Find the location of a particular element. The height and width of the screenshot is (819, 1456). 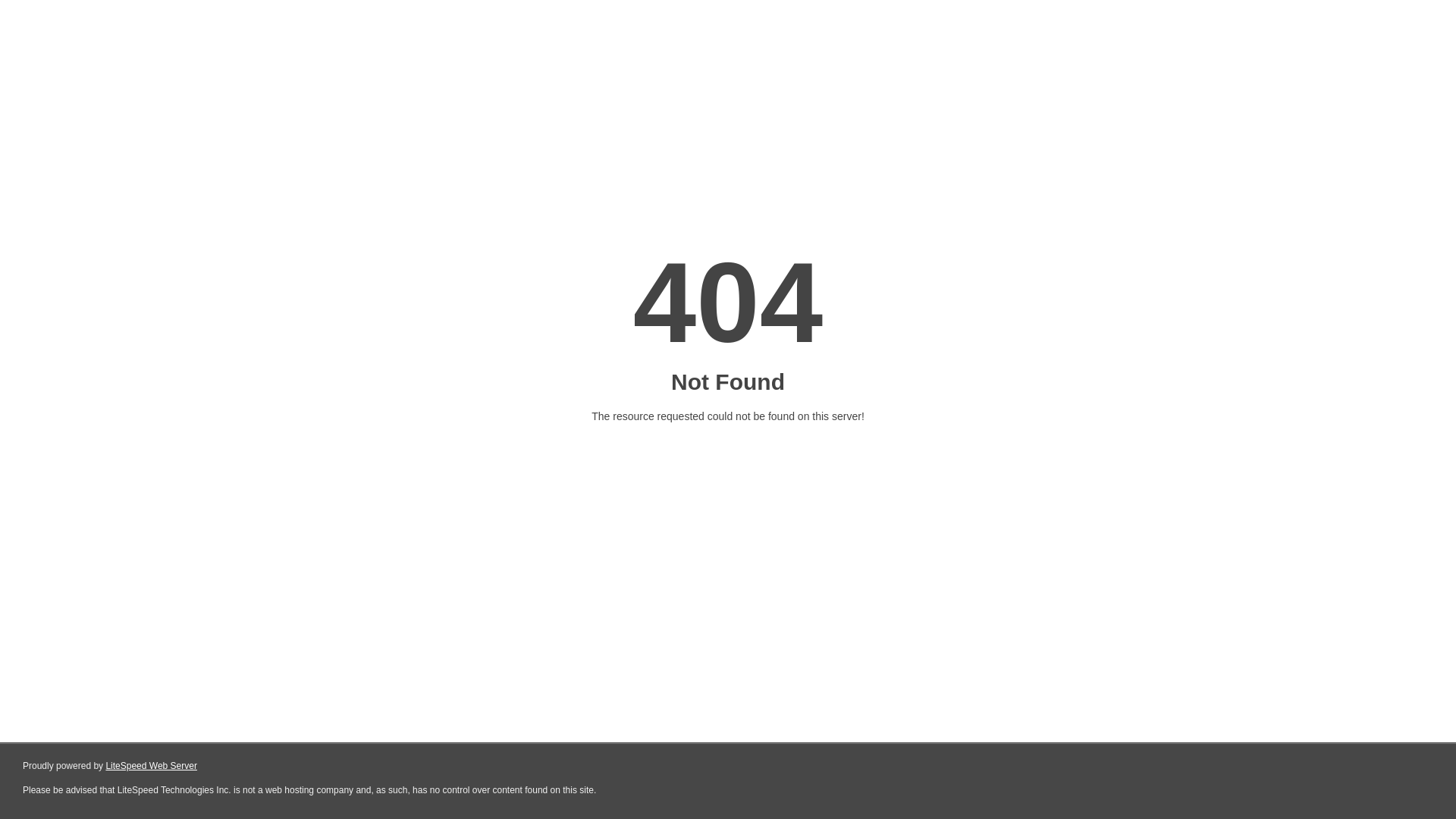

'LiteSpeed Web Server' is located at coordinates (105, 766).